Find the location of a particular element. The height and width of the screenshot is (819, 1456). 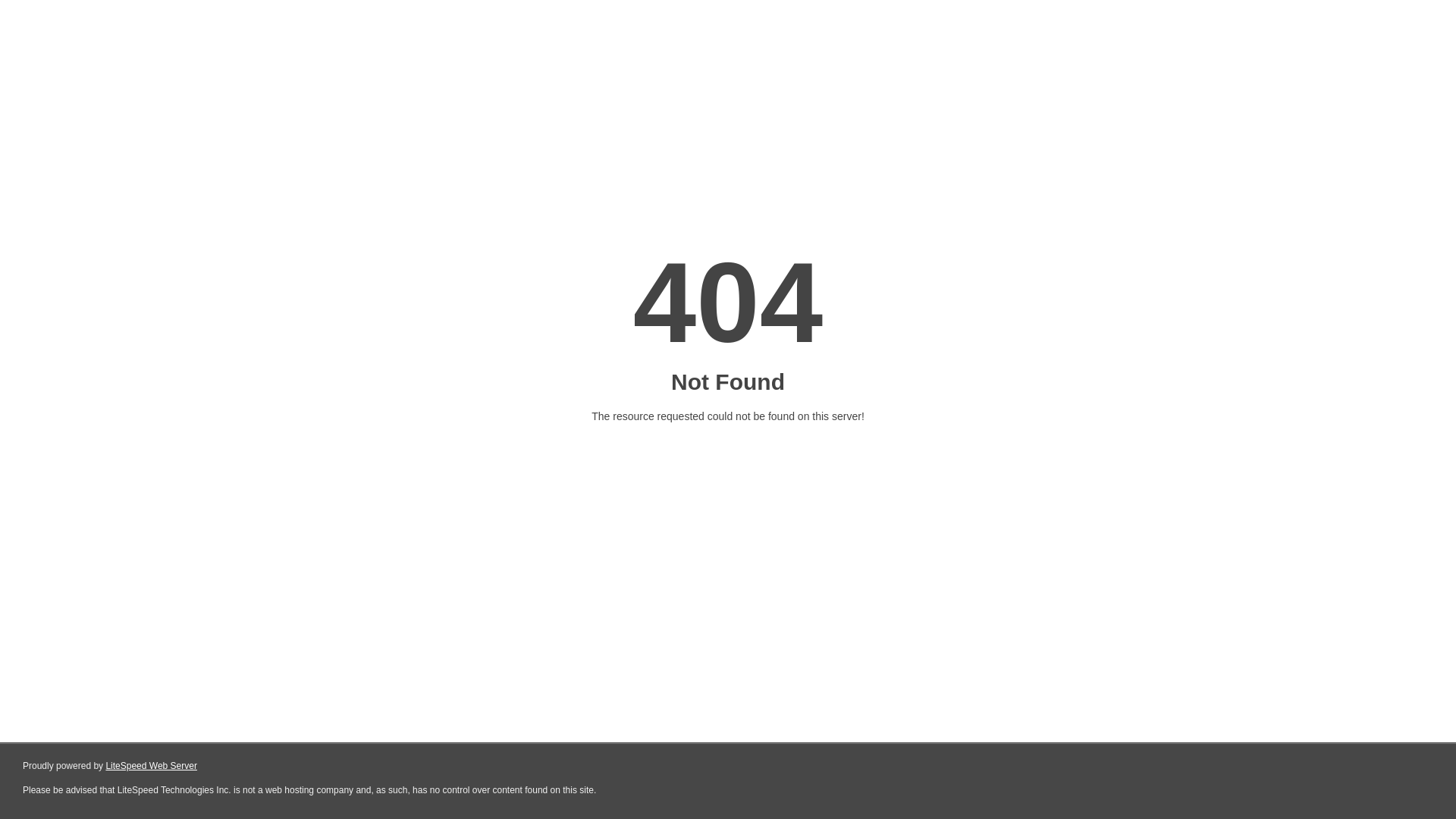

'LiteSpeed Web Server' is located at coordinates (105, 766).